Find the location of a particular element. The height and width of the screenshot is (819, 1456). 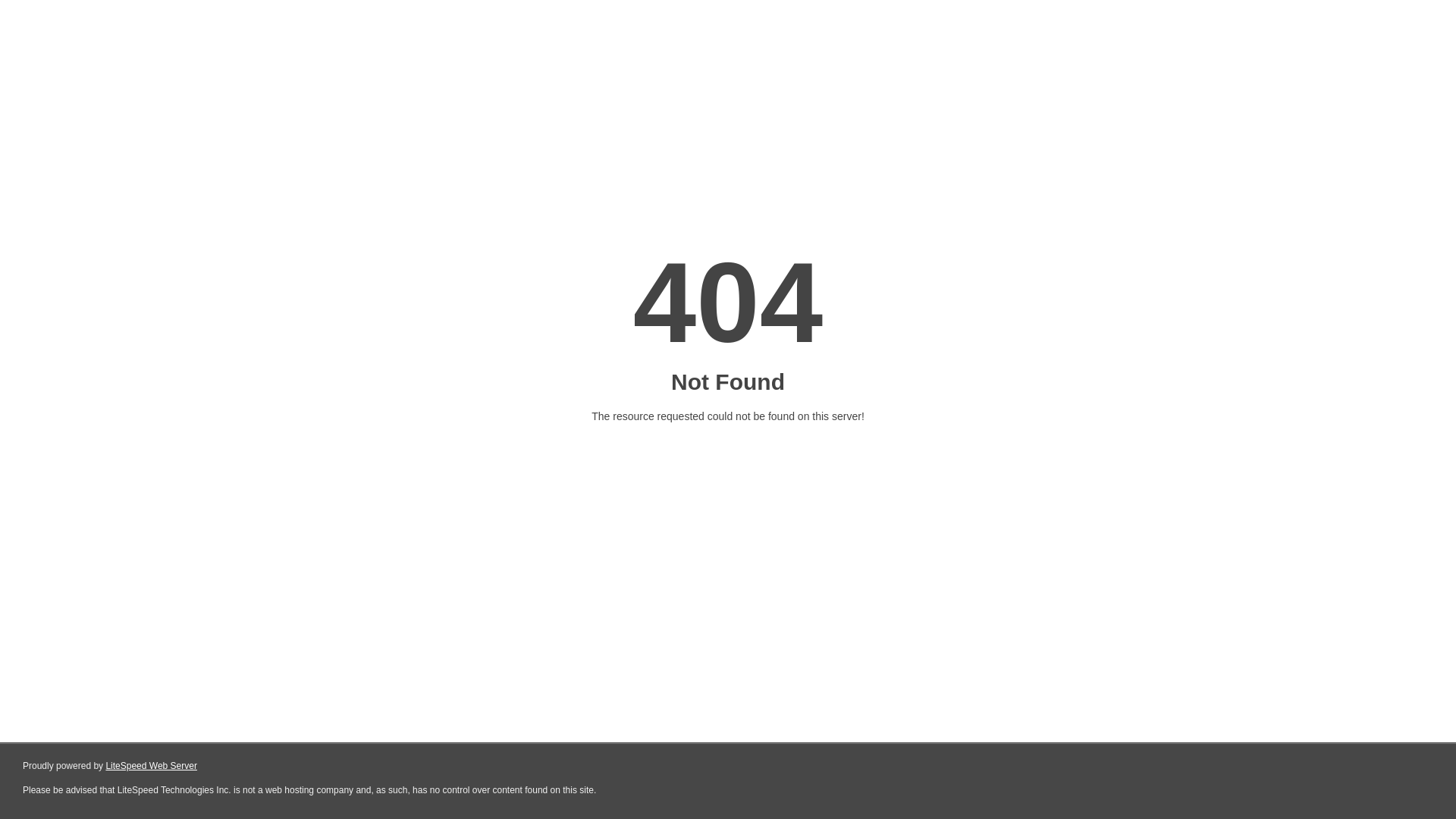

'LiteSpeed Web Server' is located at coordinates (105, 766).